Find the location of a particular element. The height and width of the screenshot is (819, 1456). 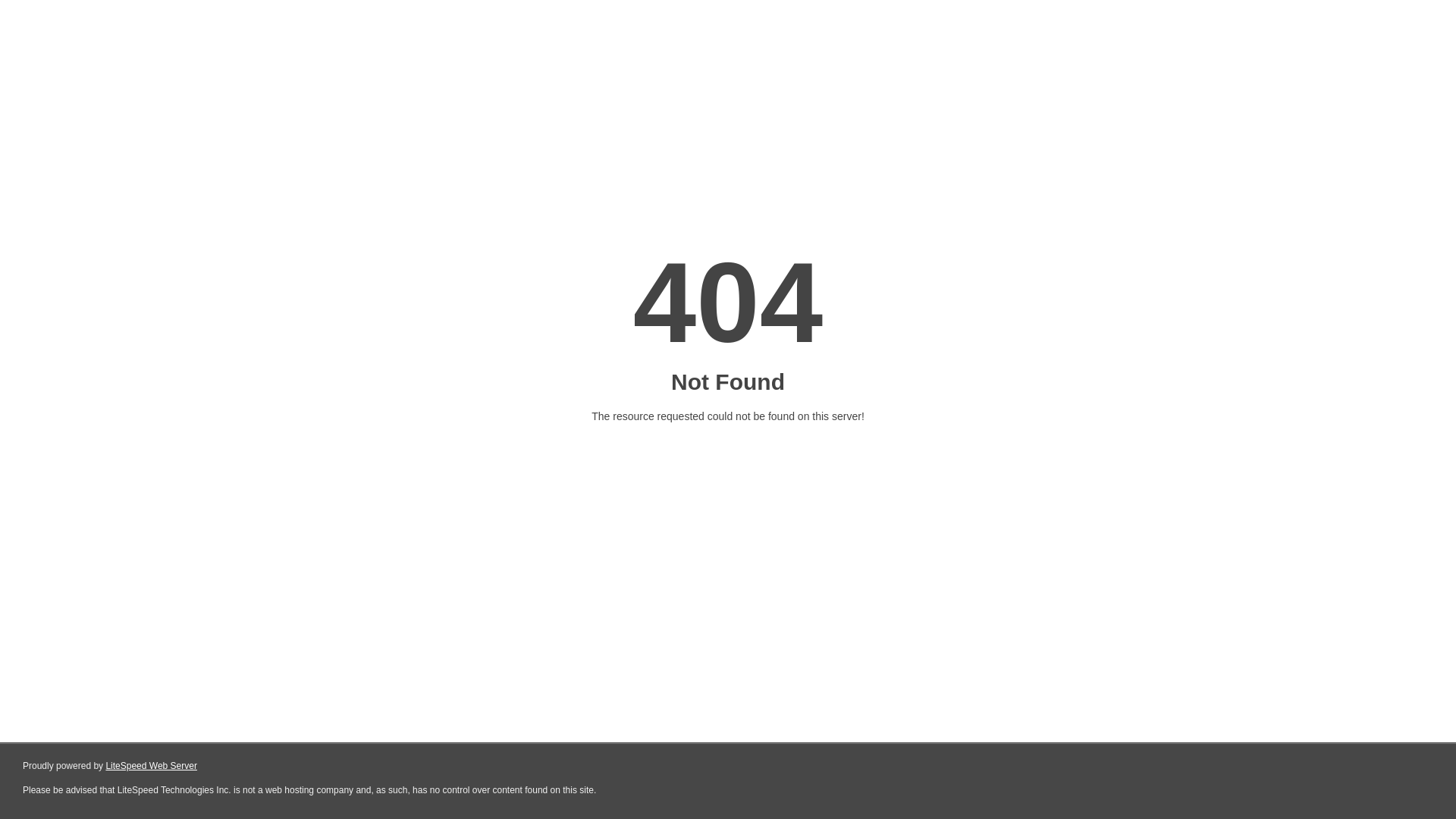

'LiteSpeed Web Server' is located at coordinates (105, 766).